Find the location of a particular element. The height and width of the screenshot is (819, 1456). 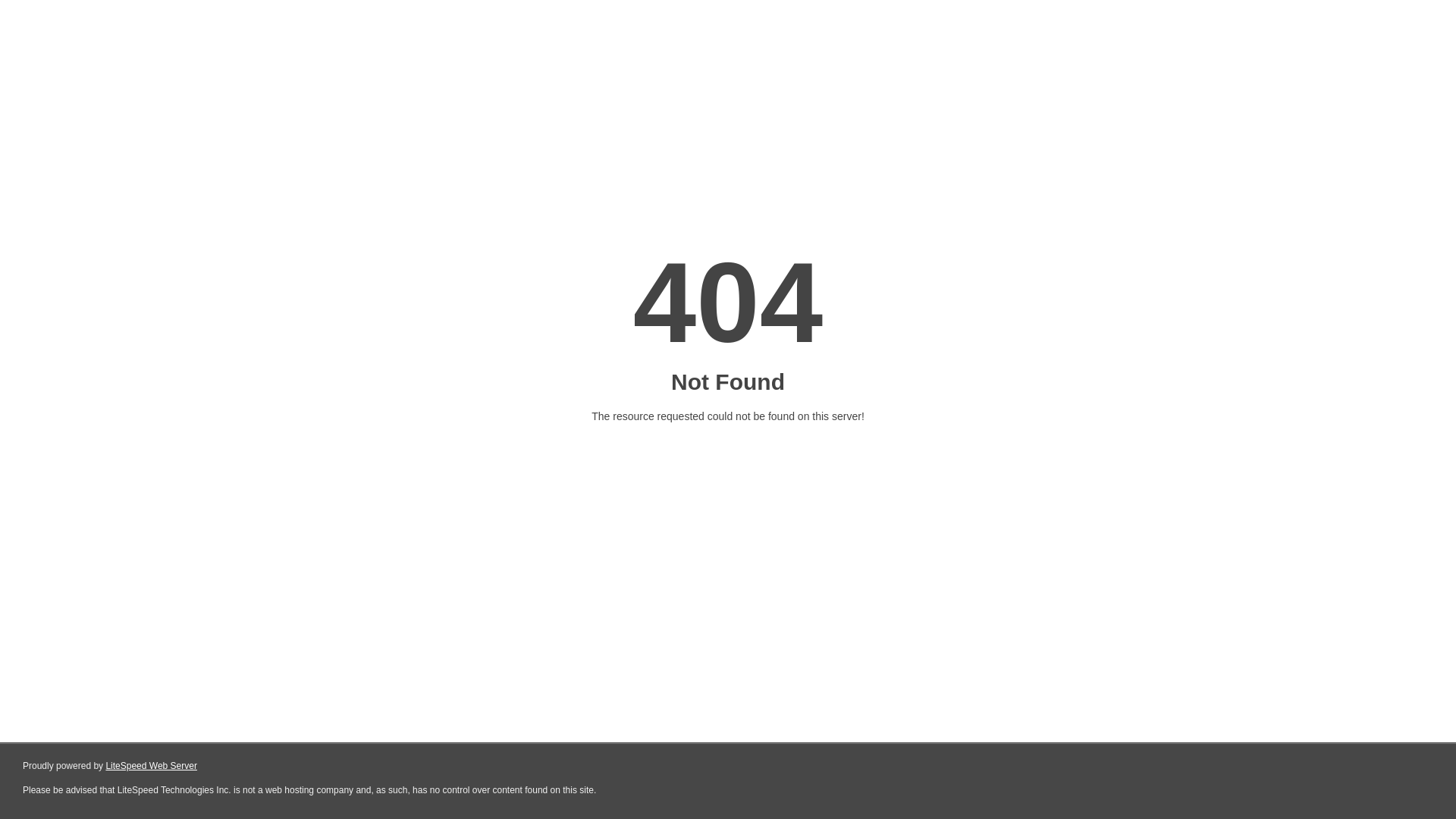

'LiteSpeed Web Server' is located at coordinates (105, 766).